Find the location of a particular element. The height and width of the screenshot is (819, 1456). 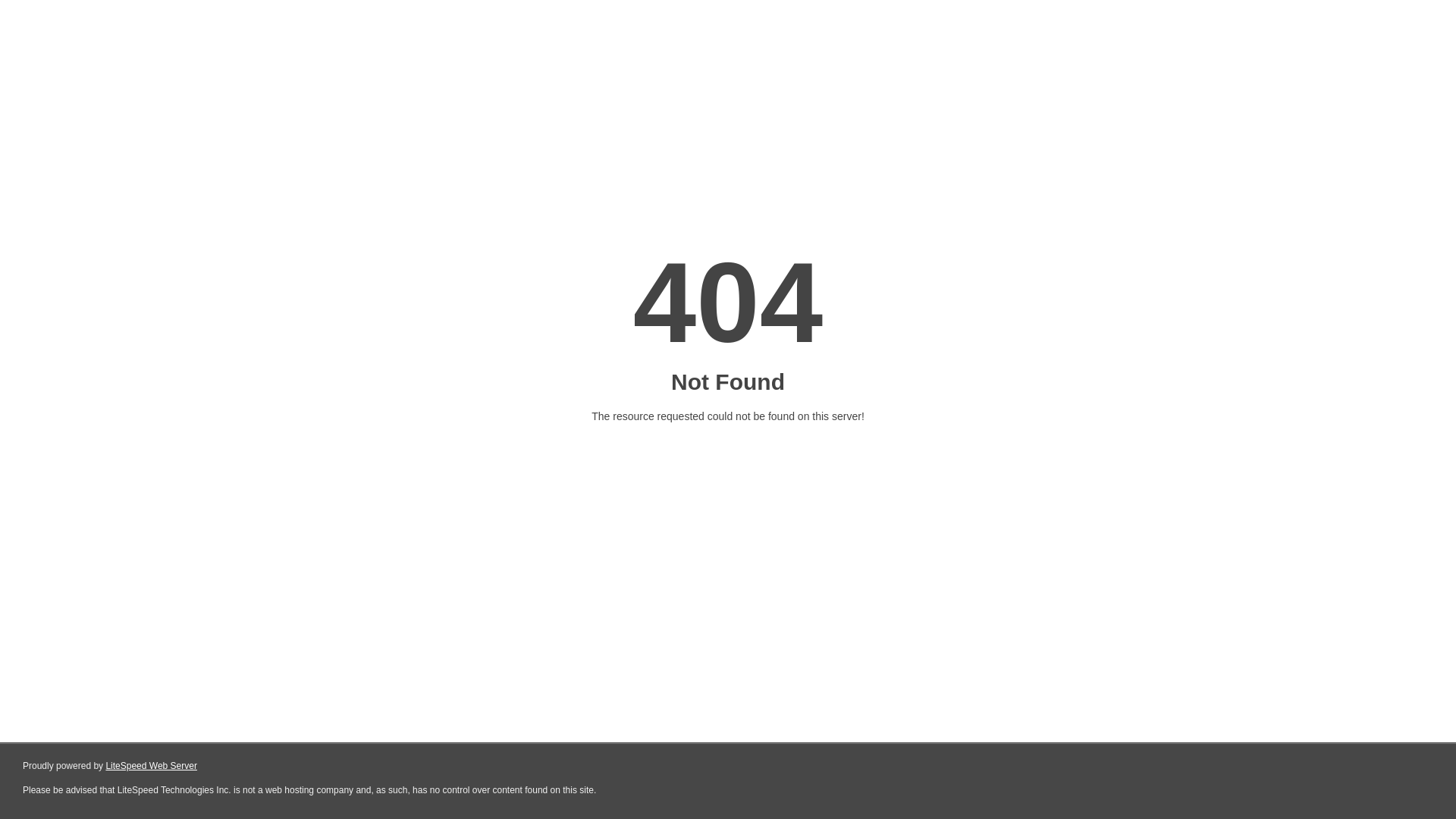

'LiteSpeed Web Server' is located at coordinates (105, 766).